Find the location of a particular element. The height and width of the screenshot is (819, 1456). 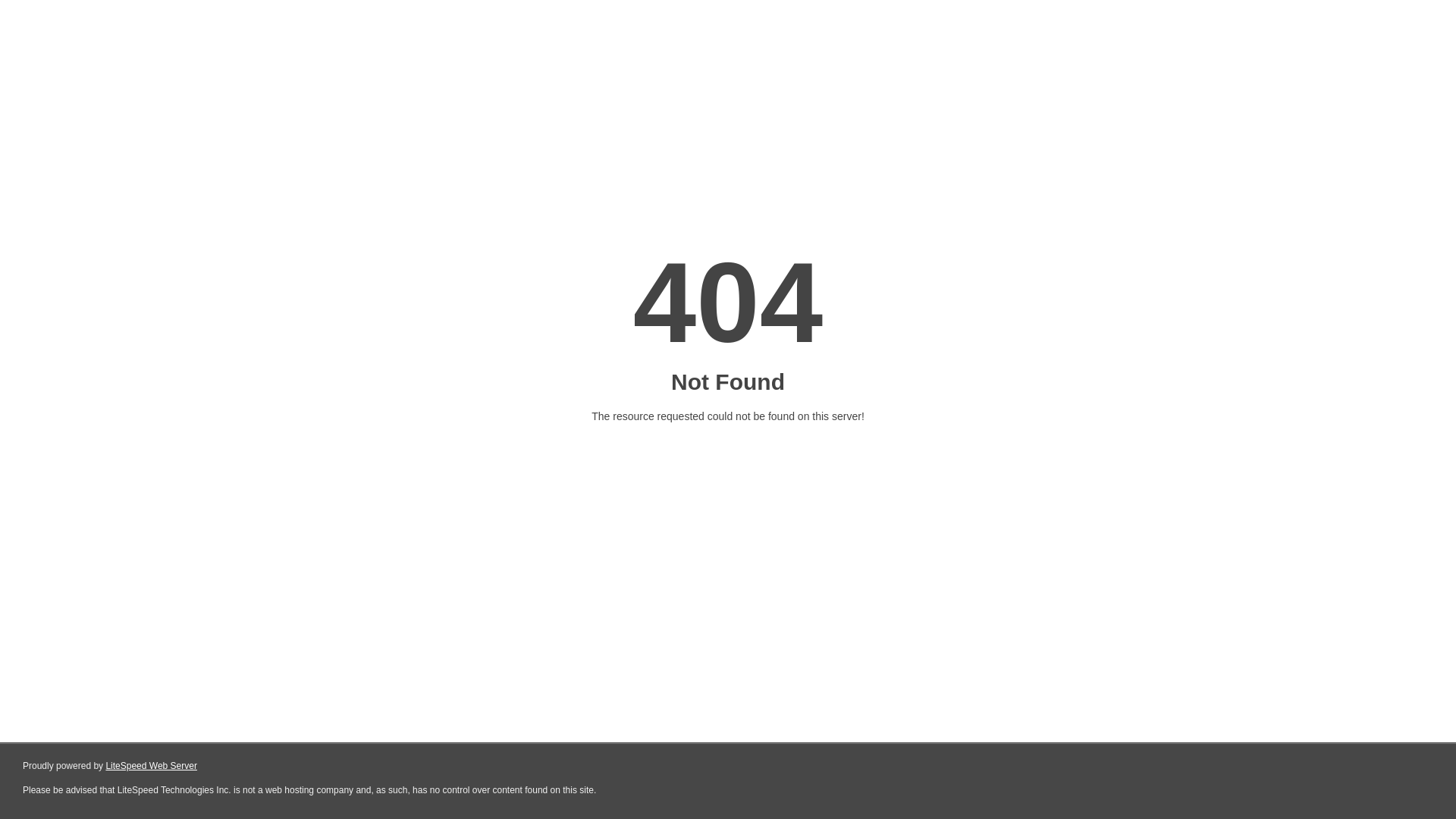

'LiteSpeed Web Server' is located at coordinates (105, 766).